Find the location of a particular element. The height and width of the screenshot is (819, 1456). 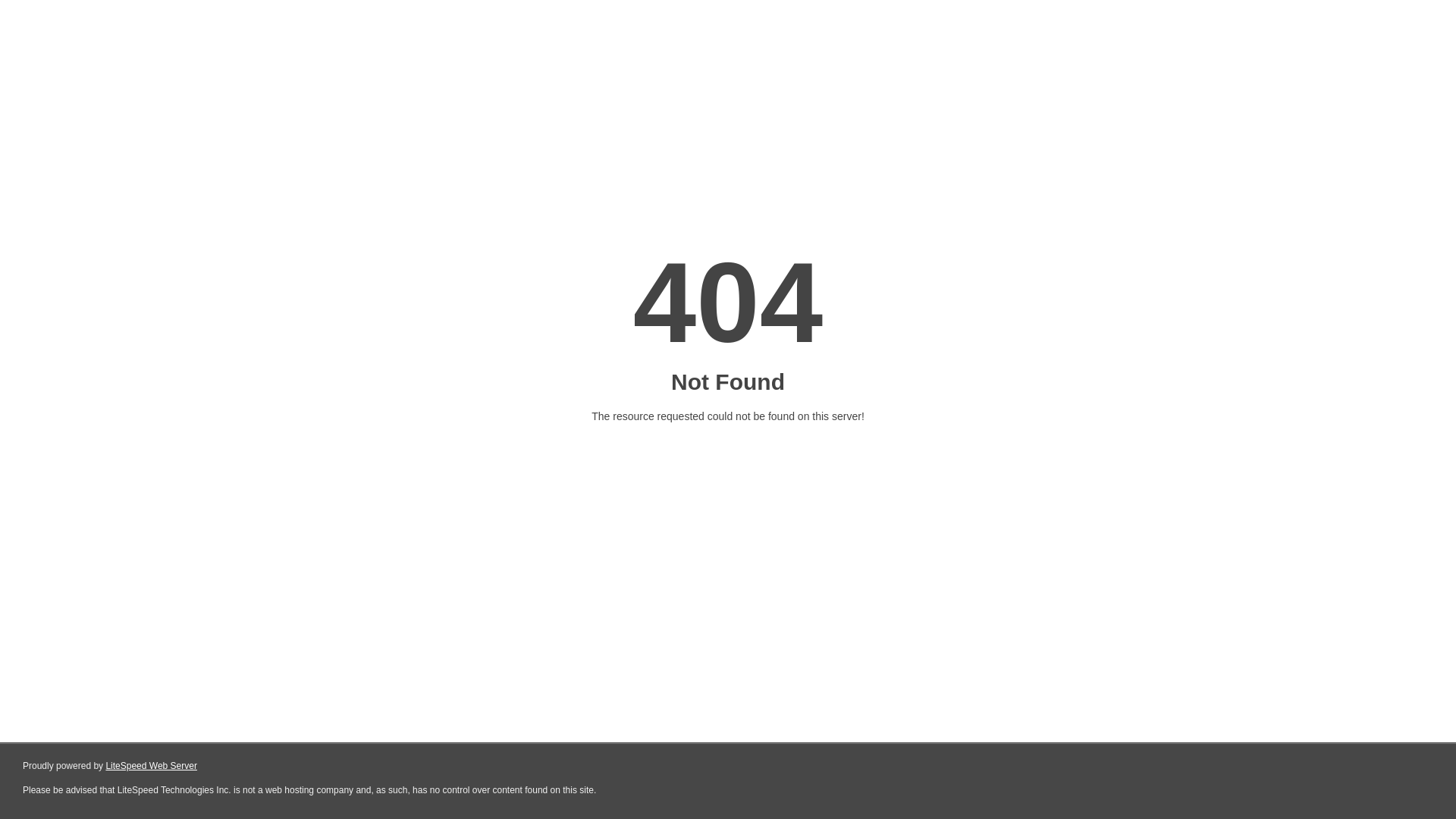

'LiteSpeed Web Server' is located at coordinates (105, 766).